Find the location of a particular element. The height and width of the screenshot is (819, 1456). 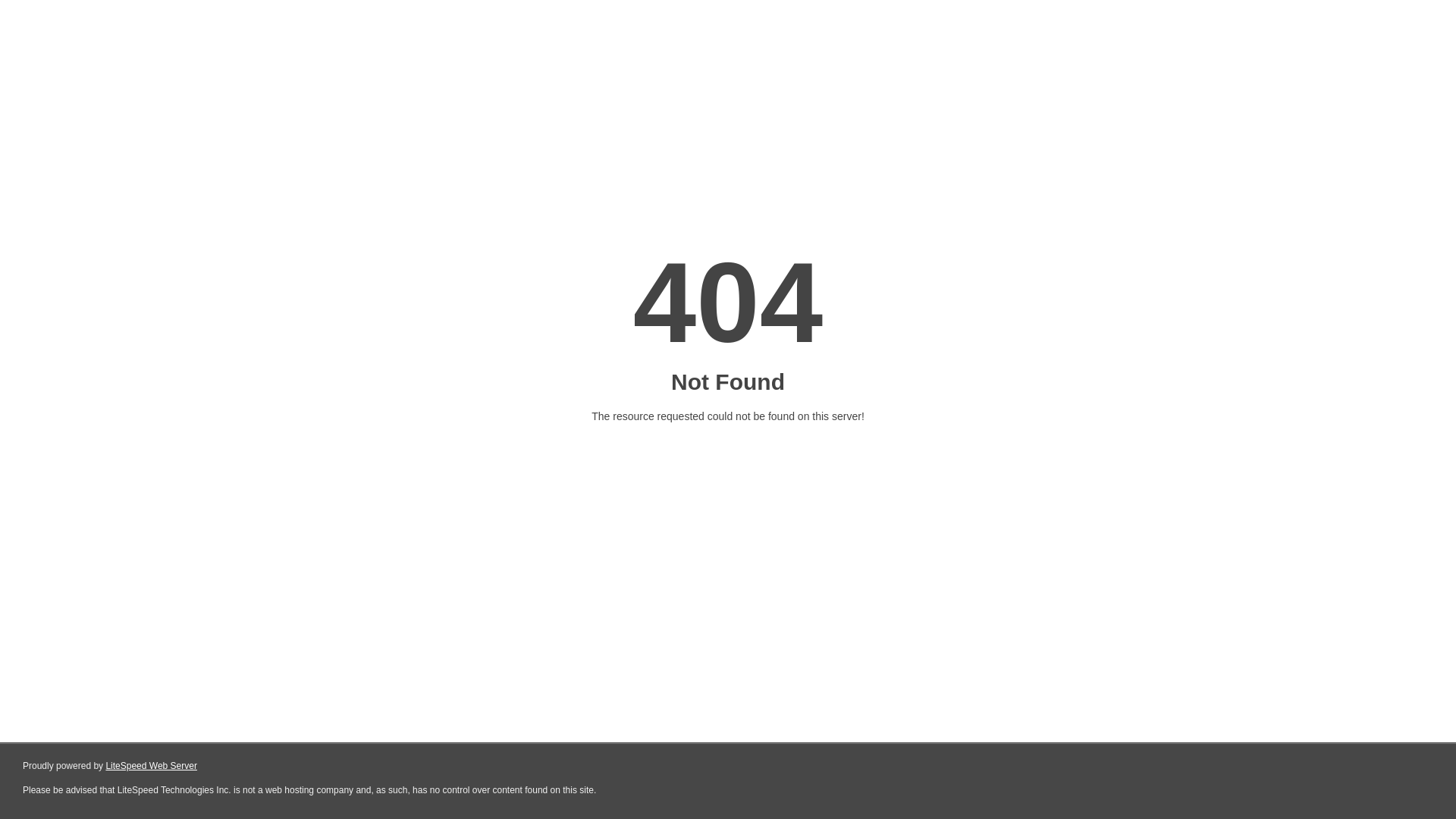

'LiteSpeed Web Server' is located at coordinates (105, 766).